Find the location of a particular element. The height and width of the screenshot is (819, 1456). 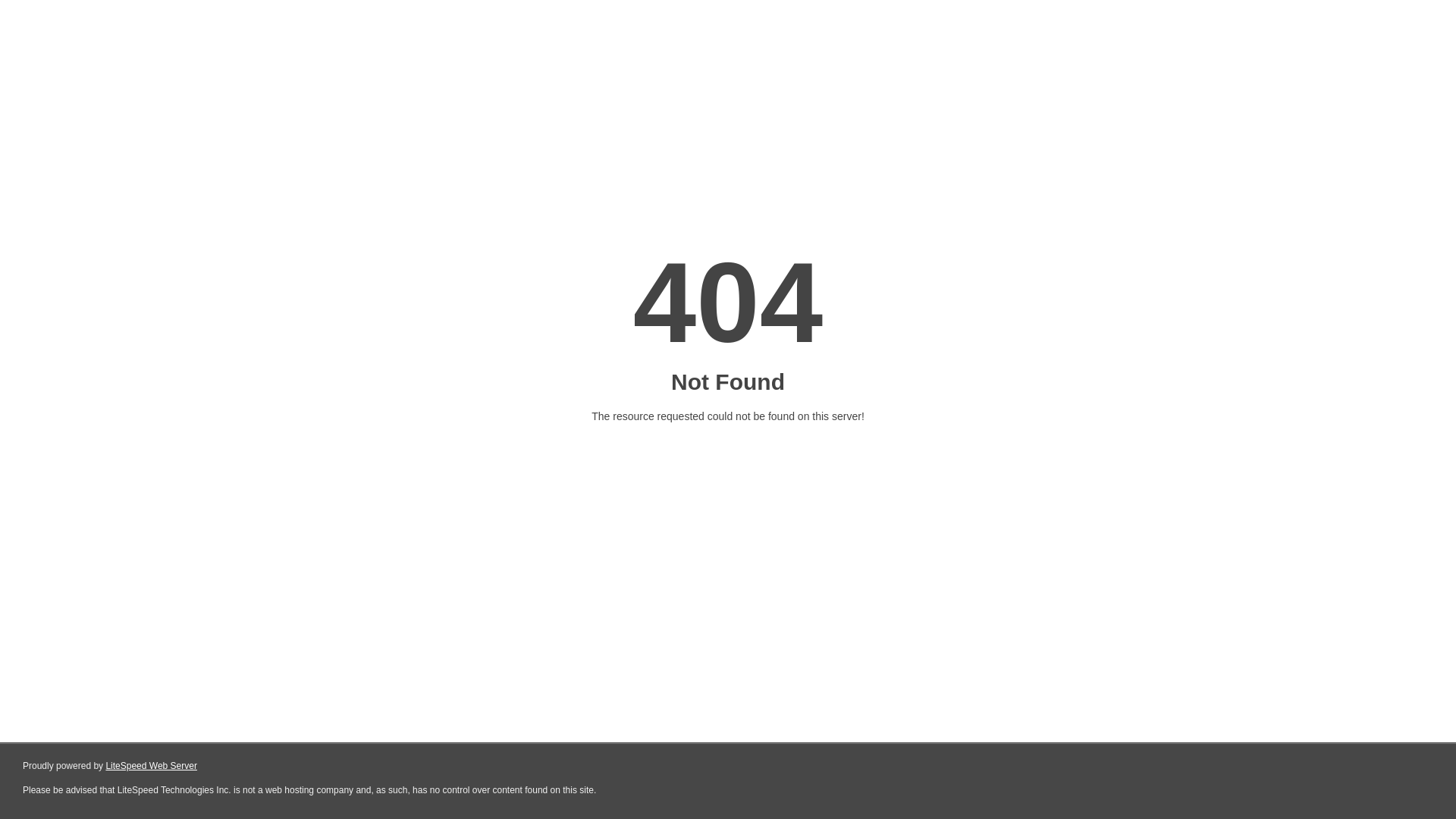

'LiteSpeed Web Server' is located at coordinates (105, 766).